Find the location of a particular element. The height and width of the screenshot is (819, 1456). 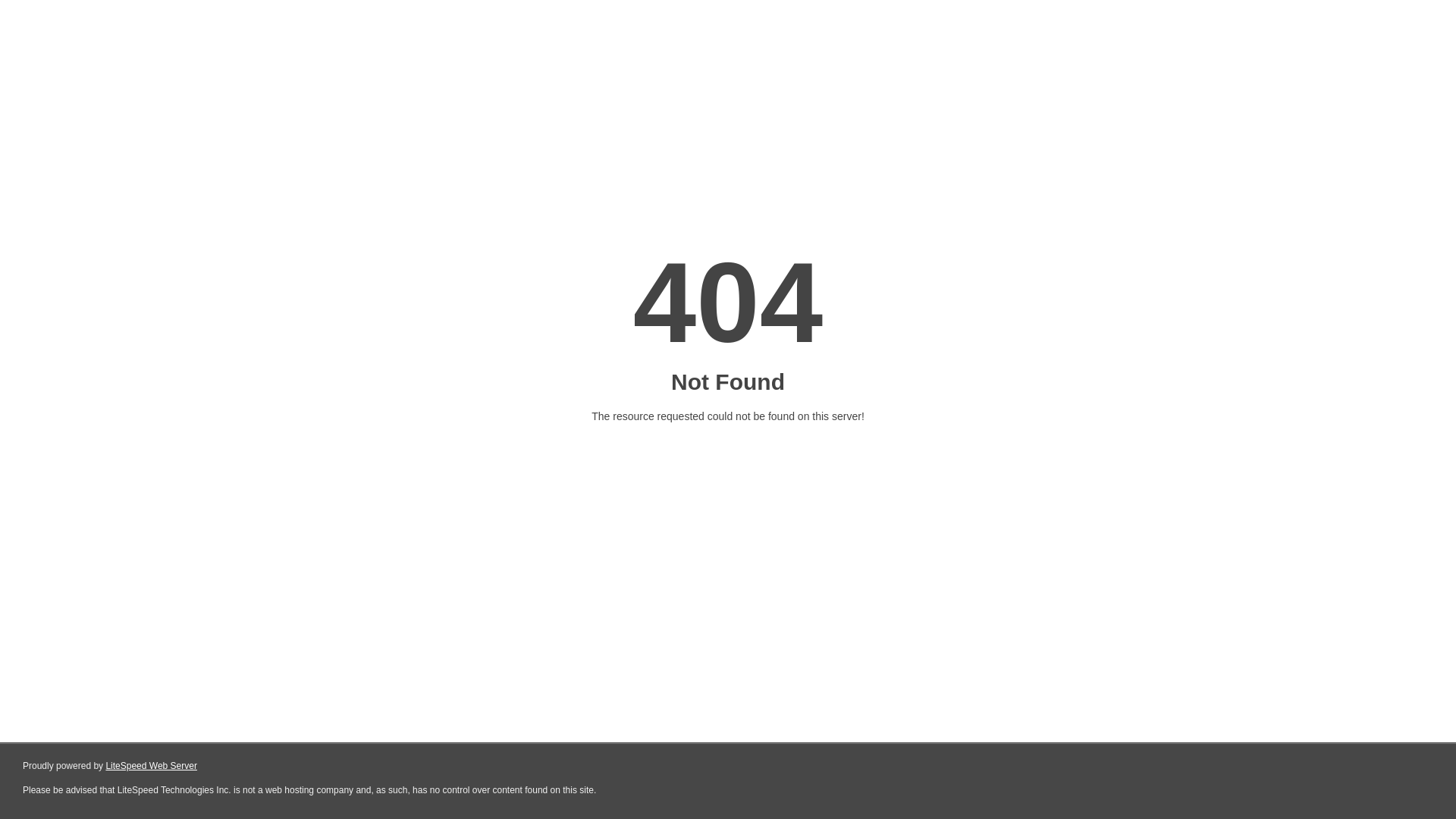

'LiteSpeed Web Server' is located at coordinates (105, 766).